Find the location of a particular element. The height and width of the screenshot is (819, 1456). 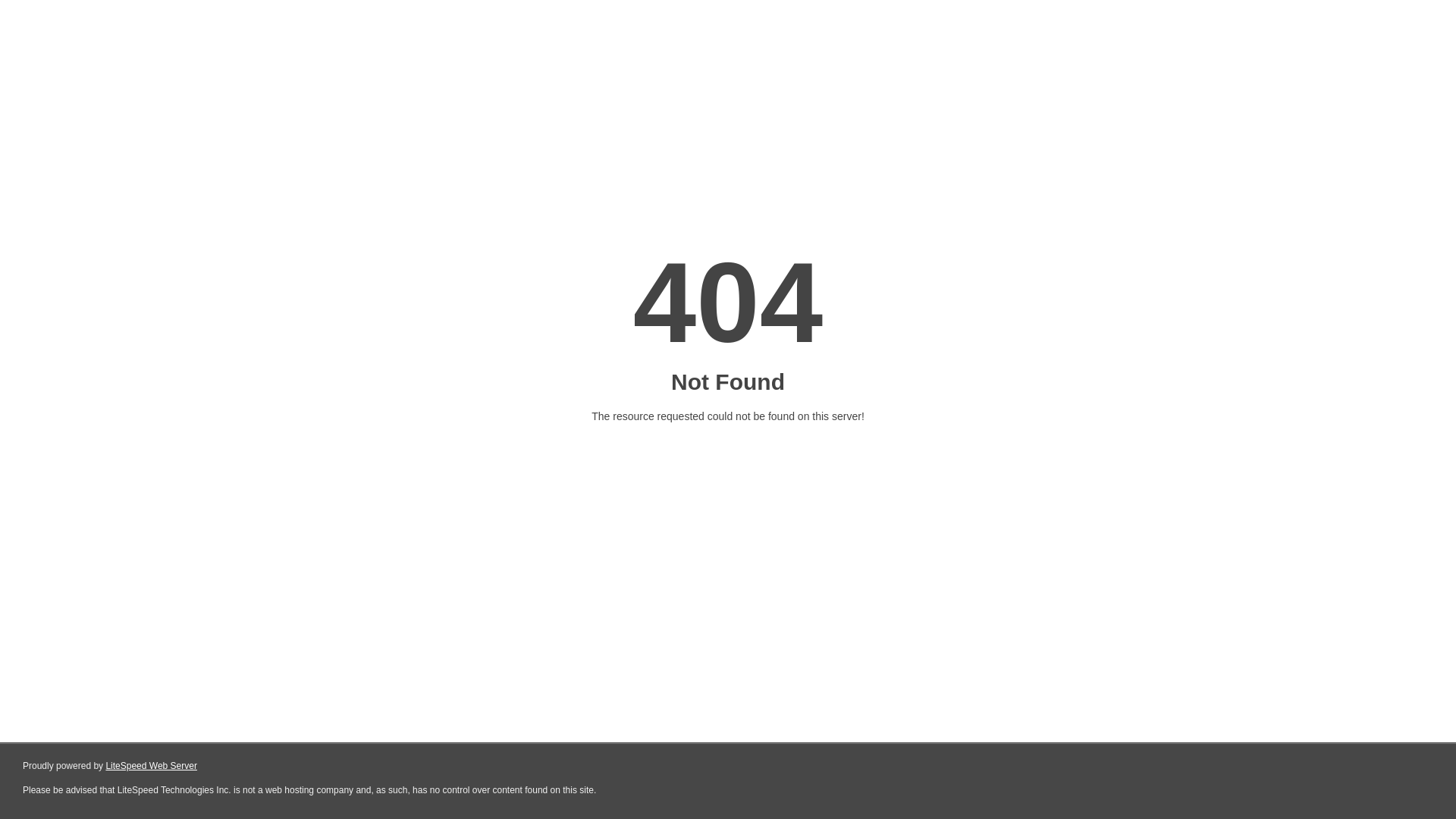

'LiteSpeed Web Server' is located at coordinates (105, 766).